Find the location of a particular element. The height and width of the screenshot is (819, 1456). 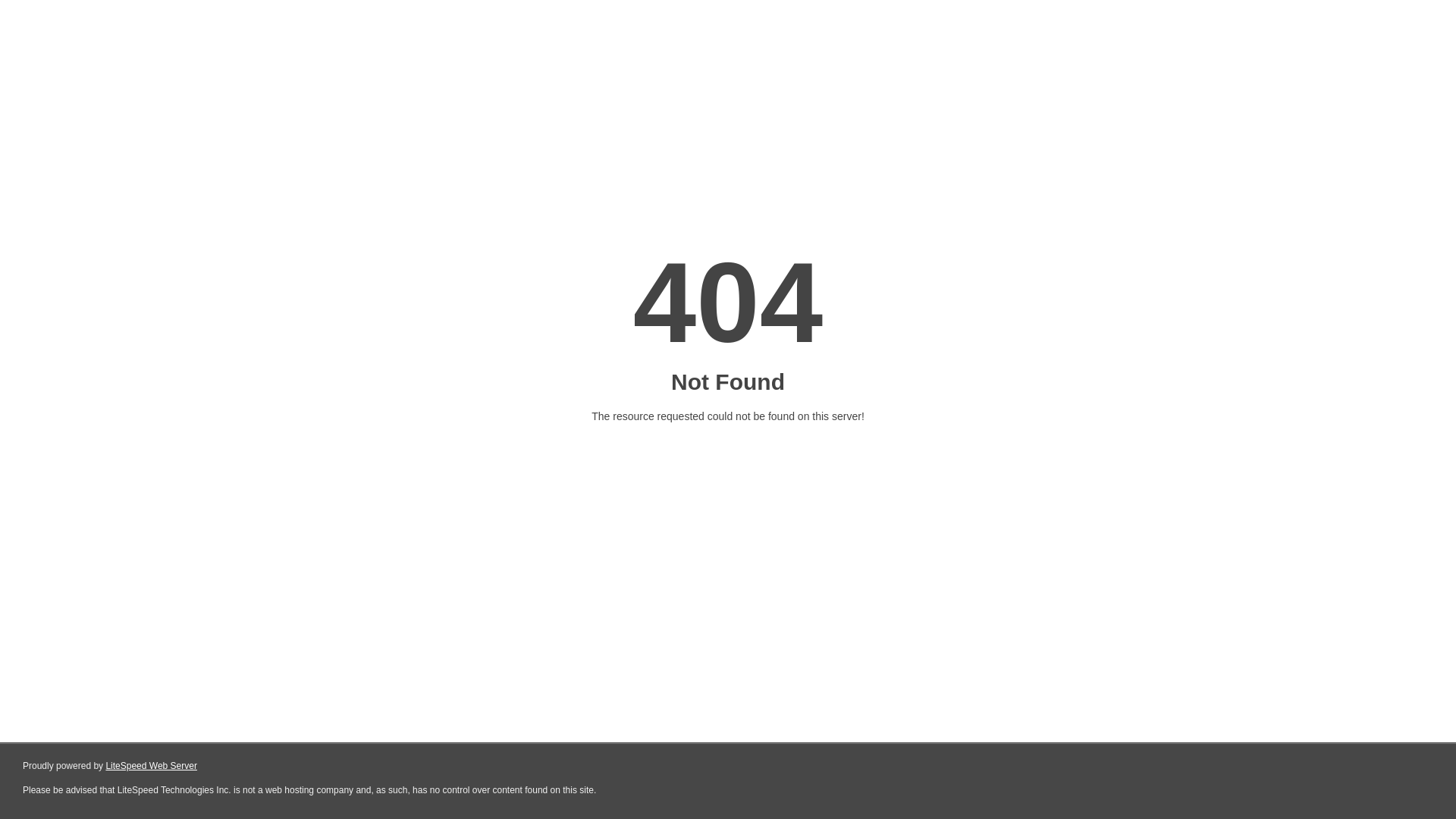

'LiteSpeed Web Server' is located at coordinates (105, 766).